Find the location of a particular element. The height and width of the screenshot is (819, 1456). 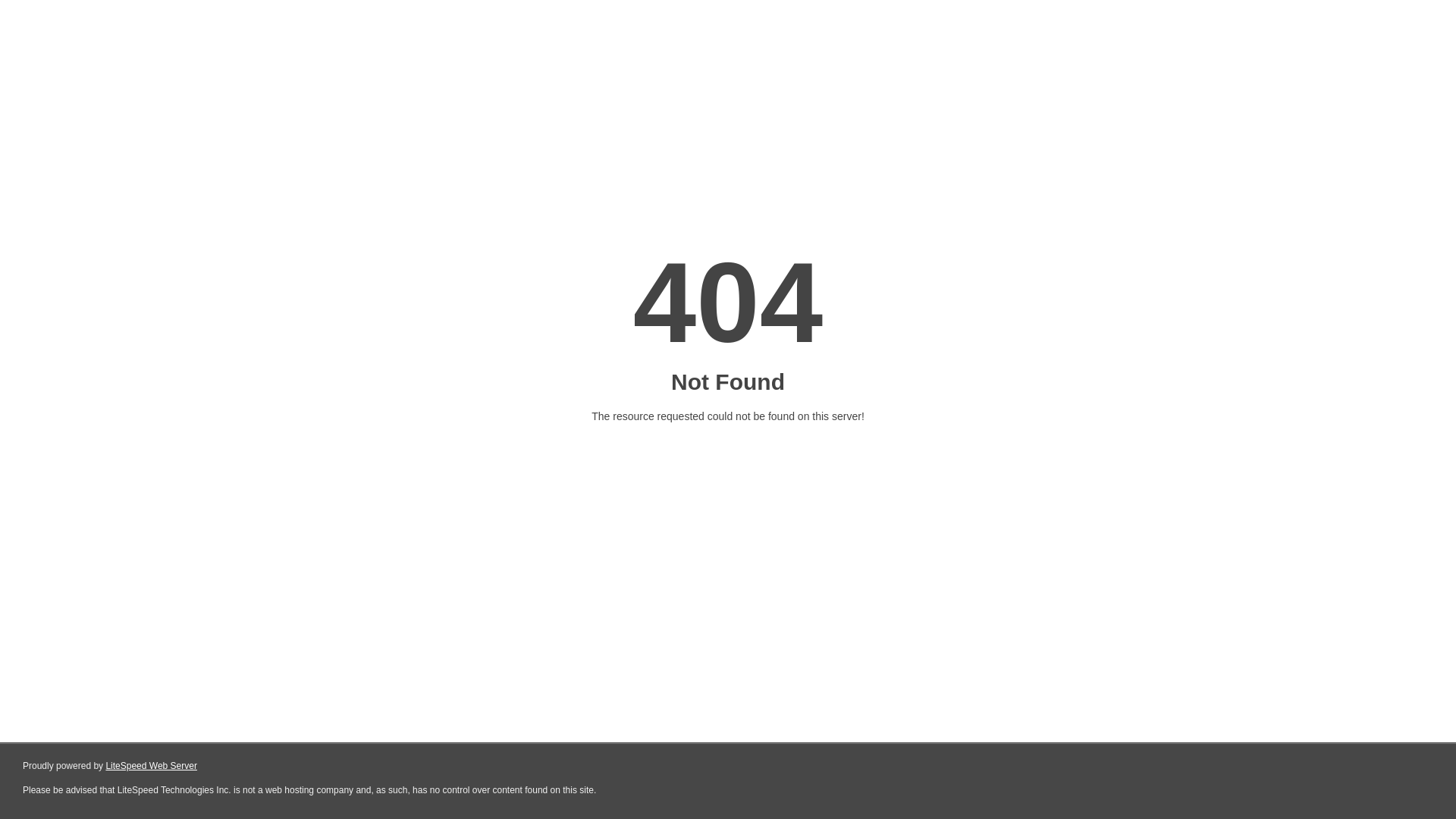

'LiteSpeed Web Server' is located at coordinates (105, 766).